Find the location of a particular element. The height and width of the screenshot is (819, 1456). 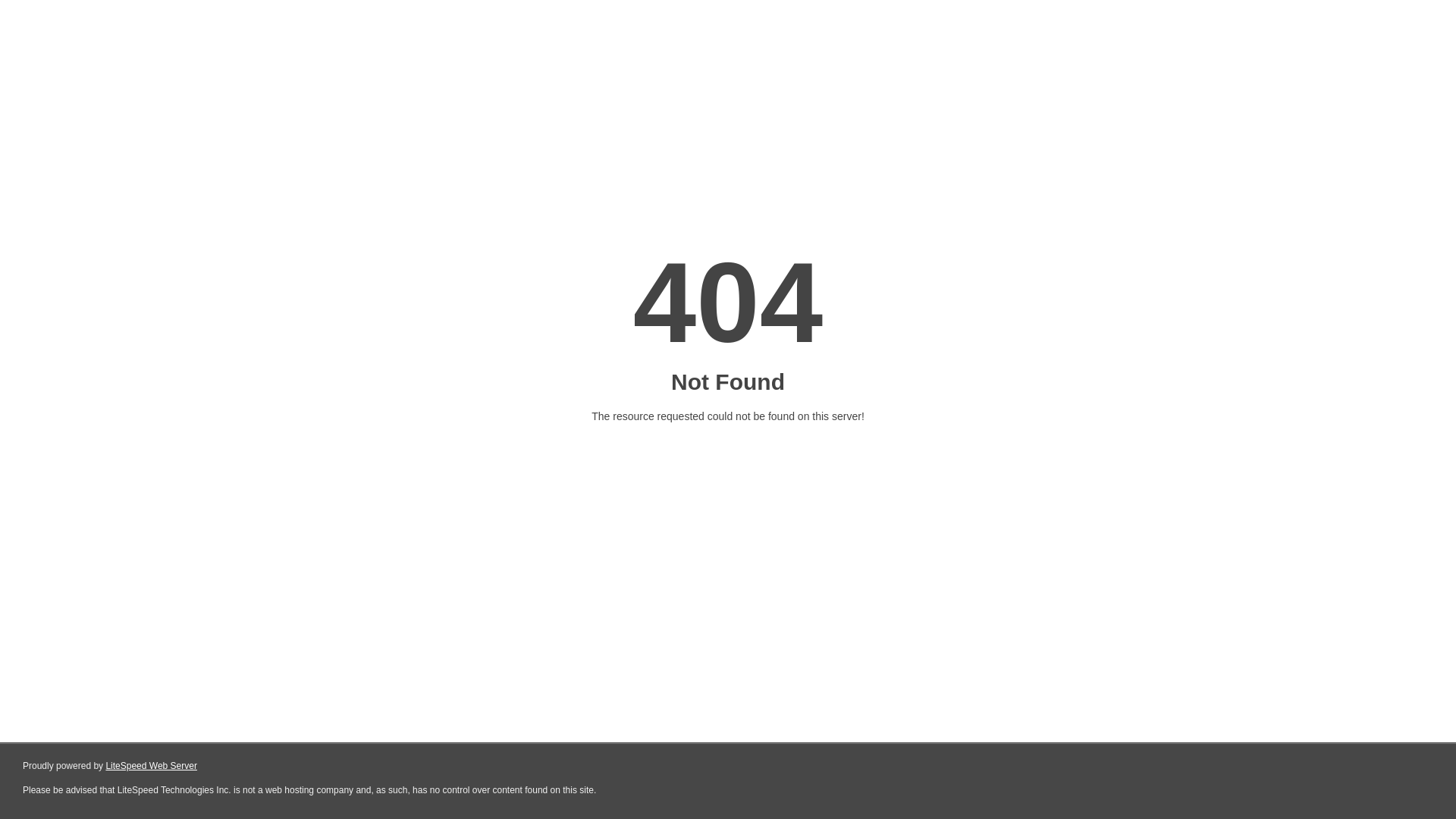

'LiteSpeed Web Server' is located at coordinates (105, 766).